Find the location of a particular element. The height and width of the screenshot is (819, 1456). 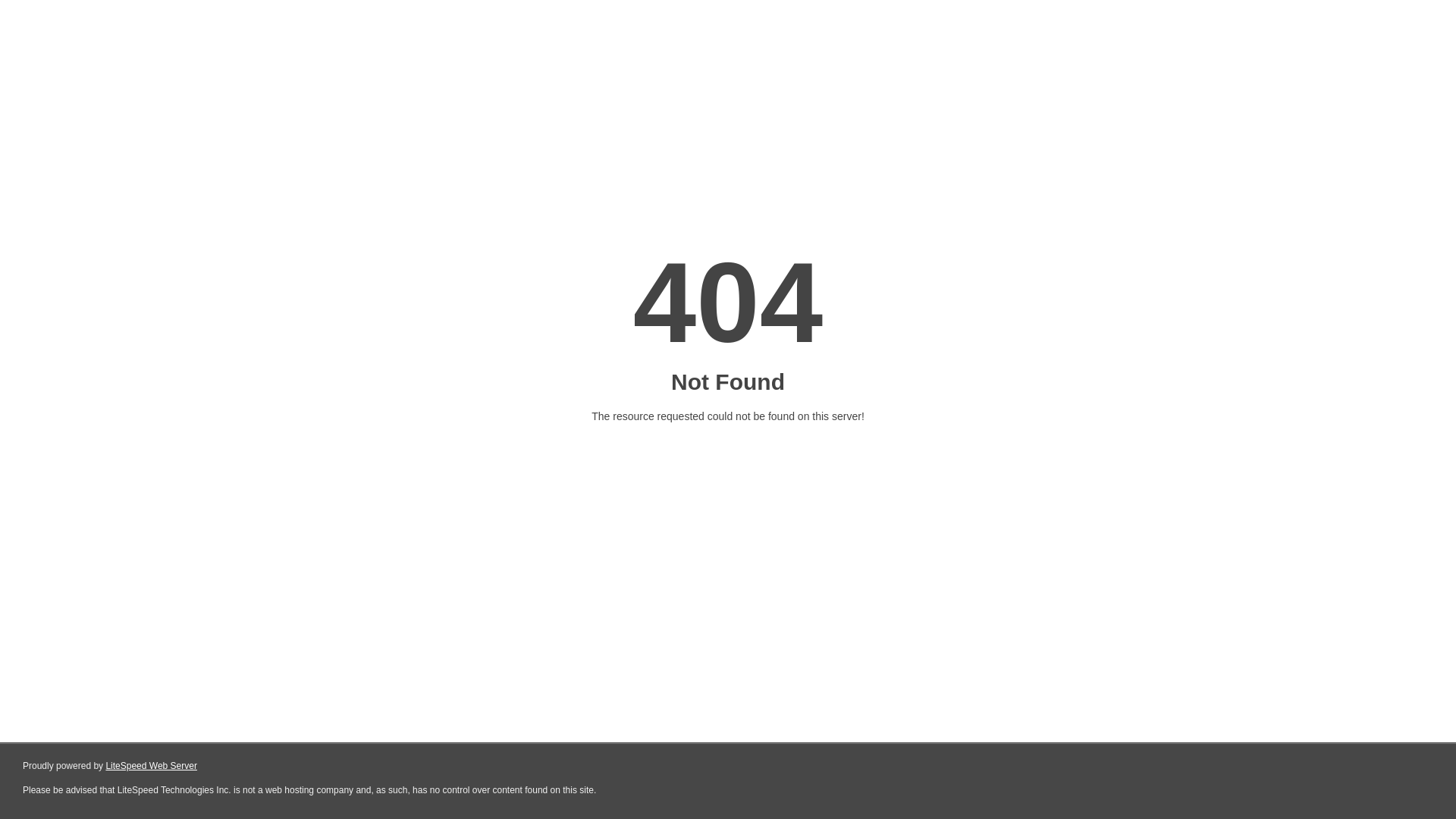

'LiteSpeed Web Server' is located at coordinates (105, 766).